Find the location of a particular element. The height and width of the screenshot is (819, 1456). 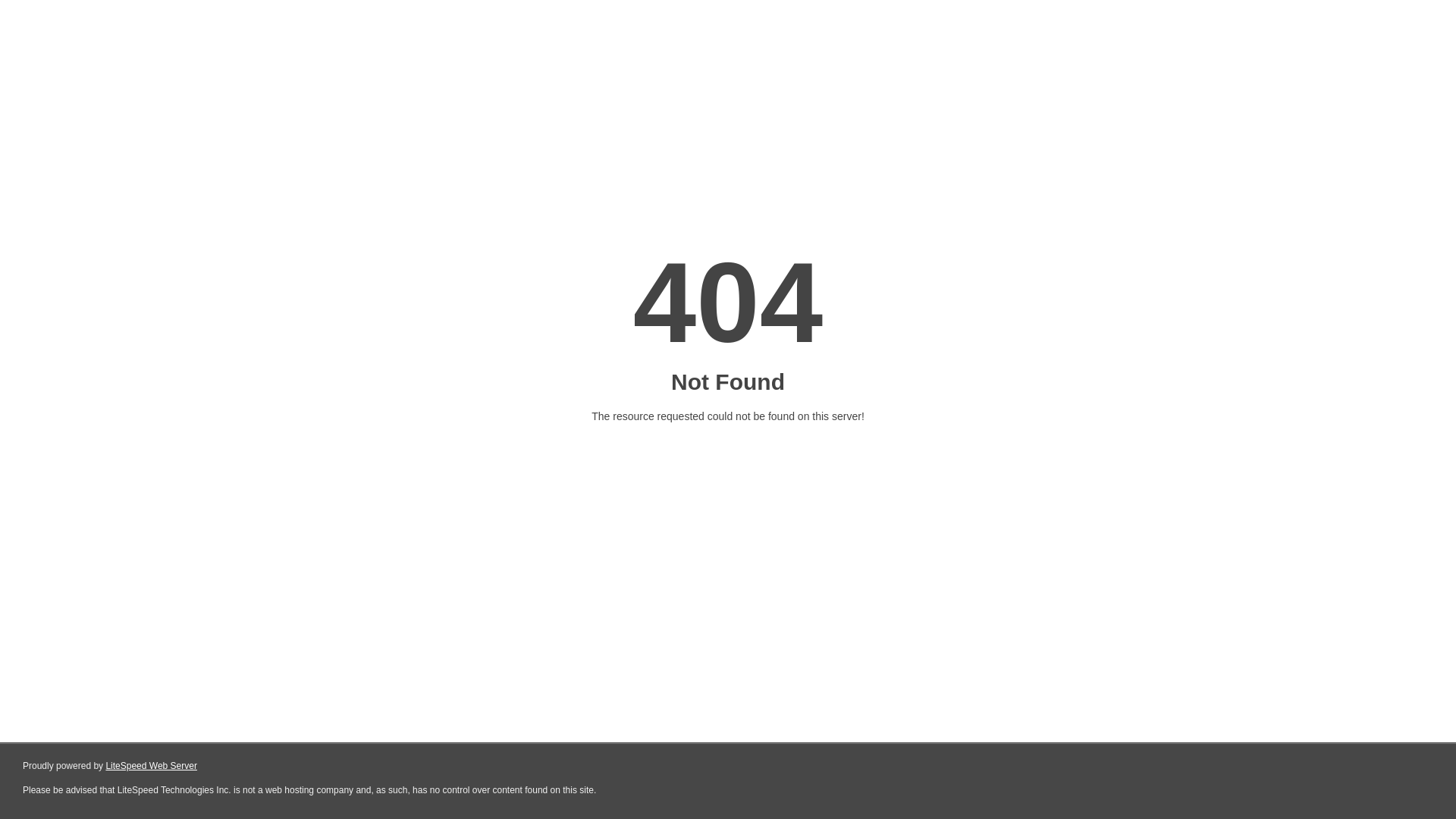

'LiteSpeed Web Server' is located at coordinates (105, 766).